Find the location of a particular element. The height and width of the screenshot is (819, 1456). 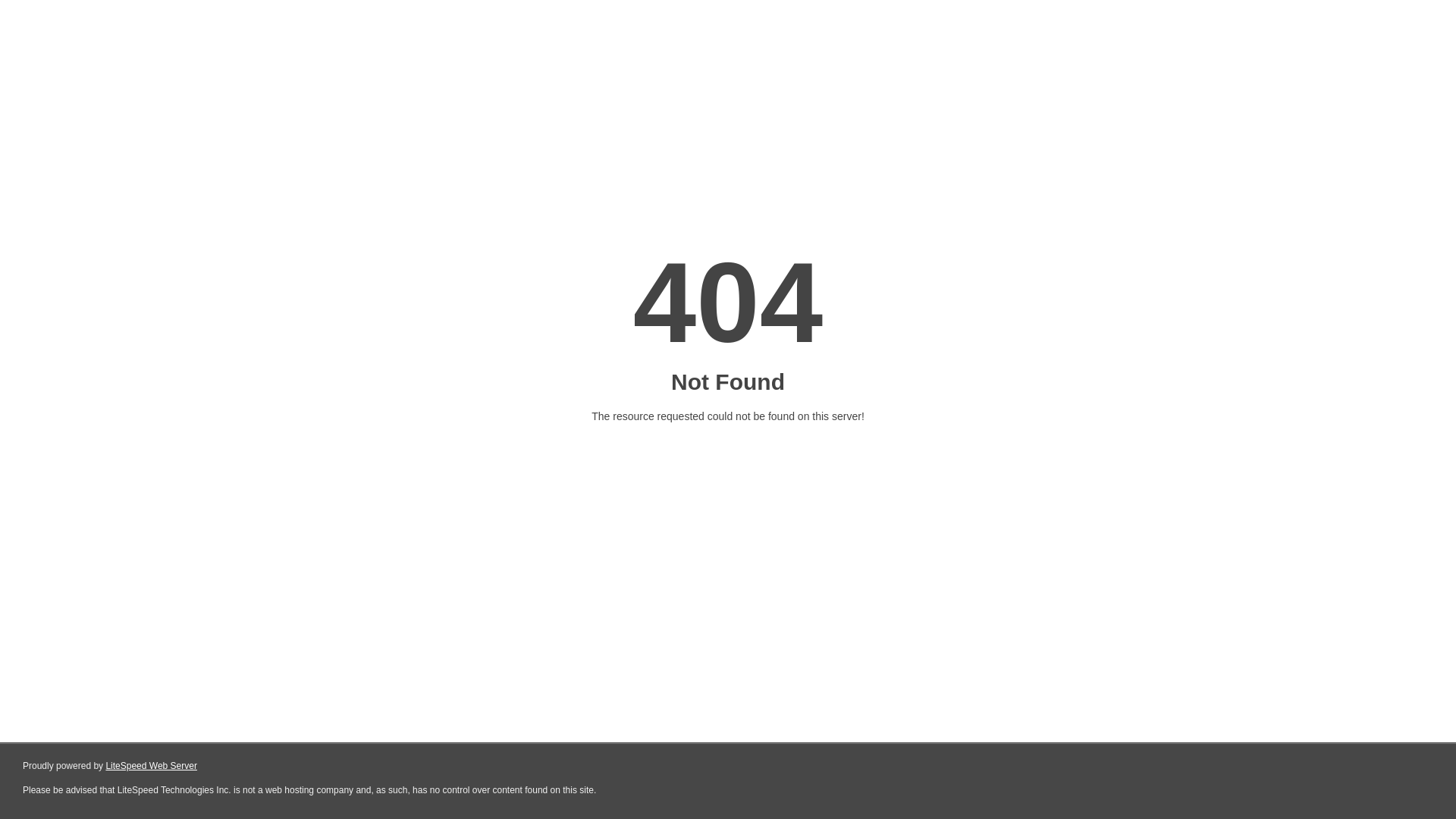

'LiteSpeed Web Server' is located at coordinates (105, 766).